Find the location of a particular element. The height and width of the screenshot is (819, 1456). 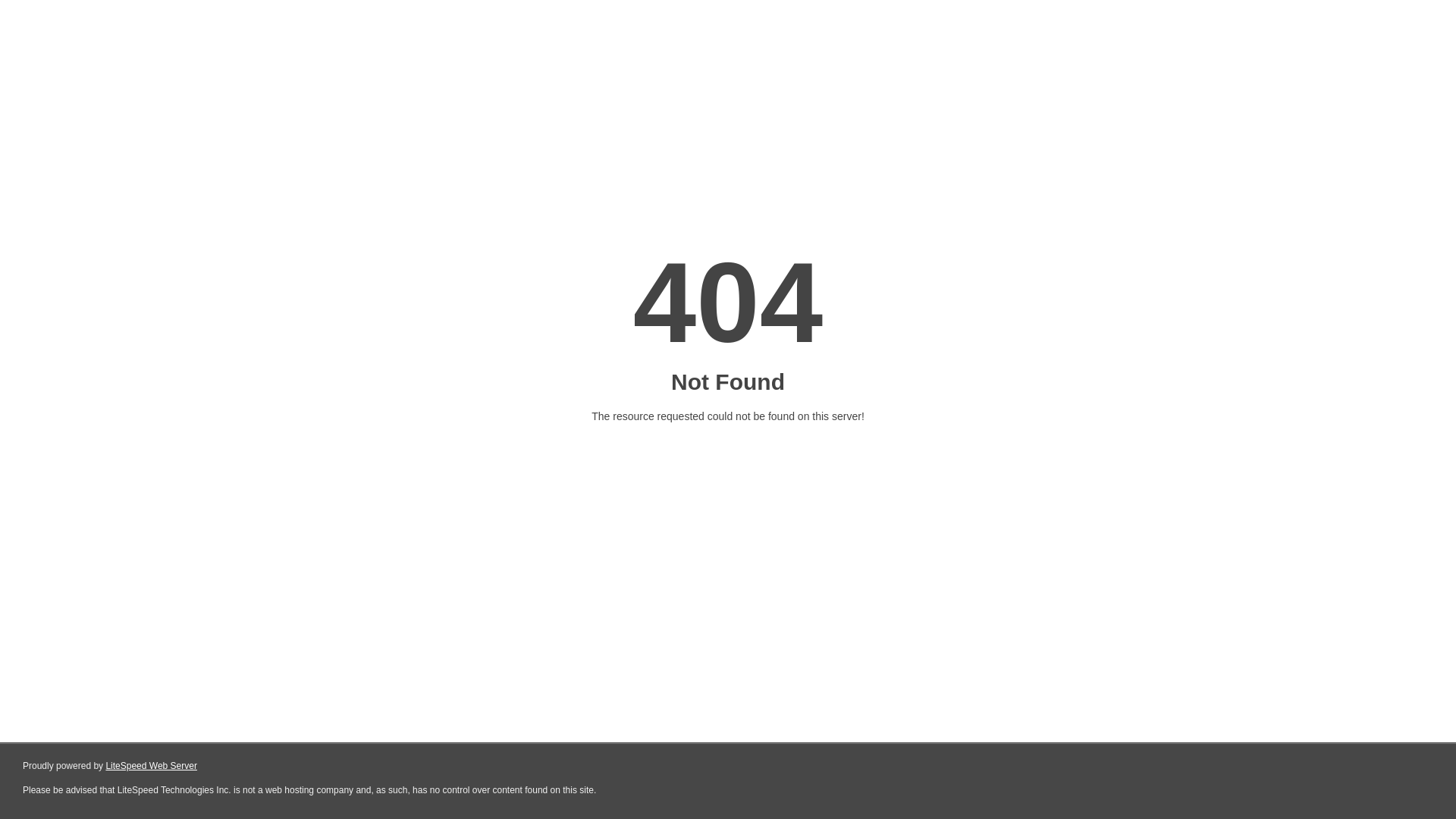

'LiteSpeed Web Server' is located at coordinates (105, 766).